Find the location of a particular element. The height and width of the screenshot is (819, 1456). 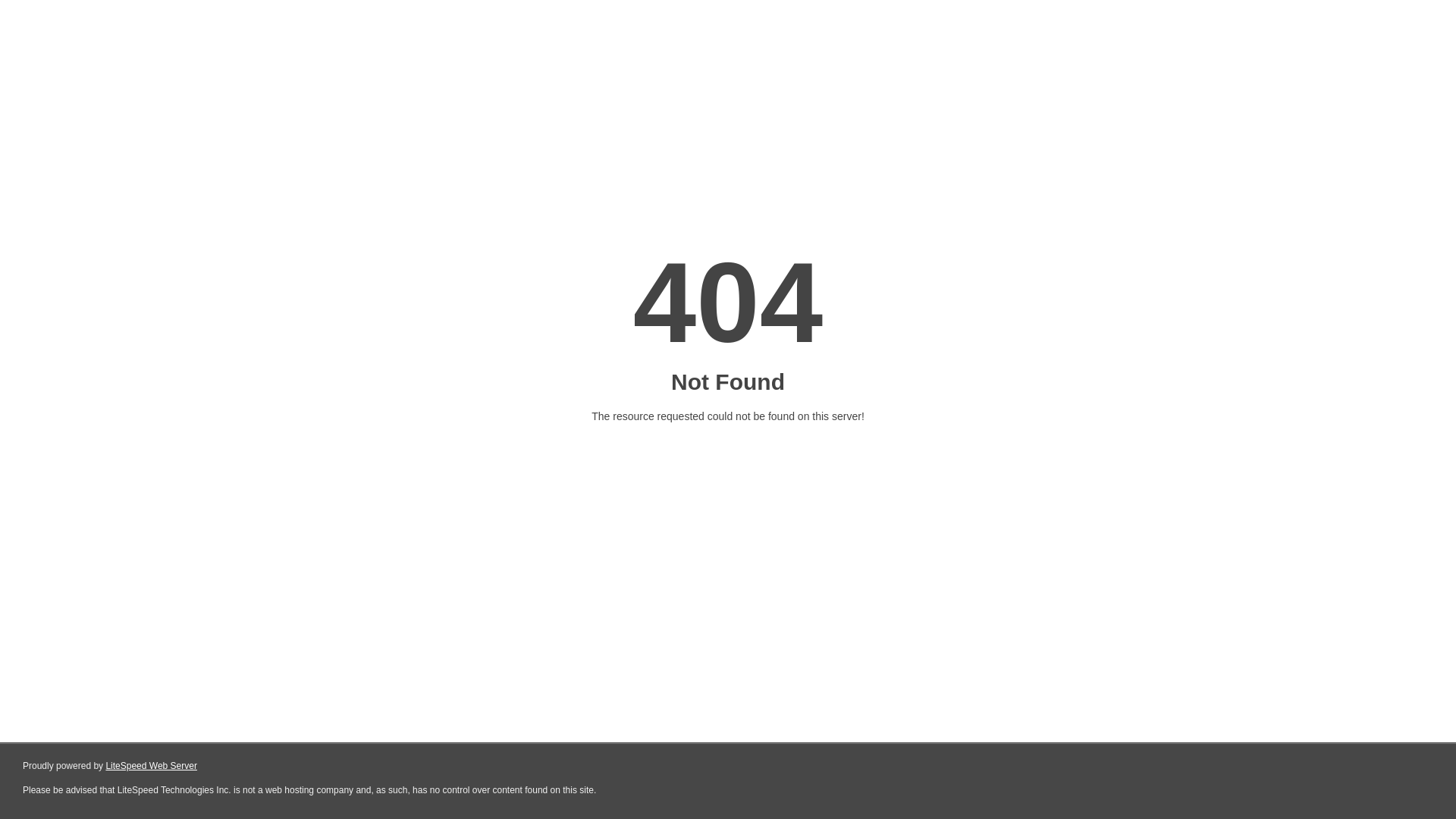

'LiteSpeed Web Server' is located at coordinates (105, 766).